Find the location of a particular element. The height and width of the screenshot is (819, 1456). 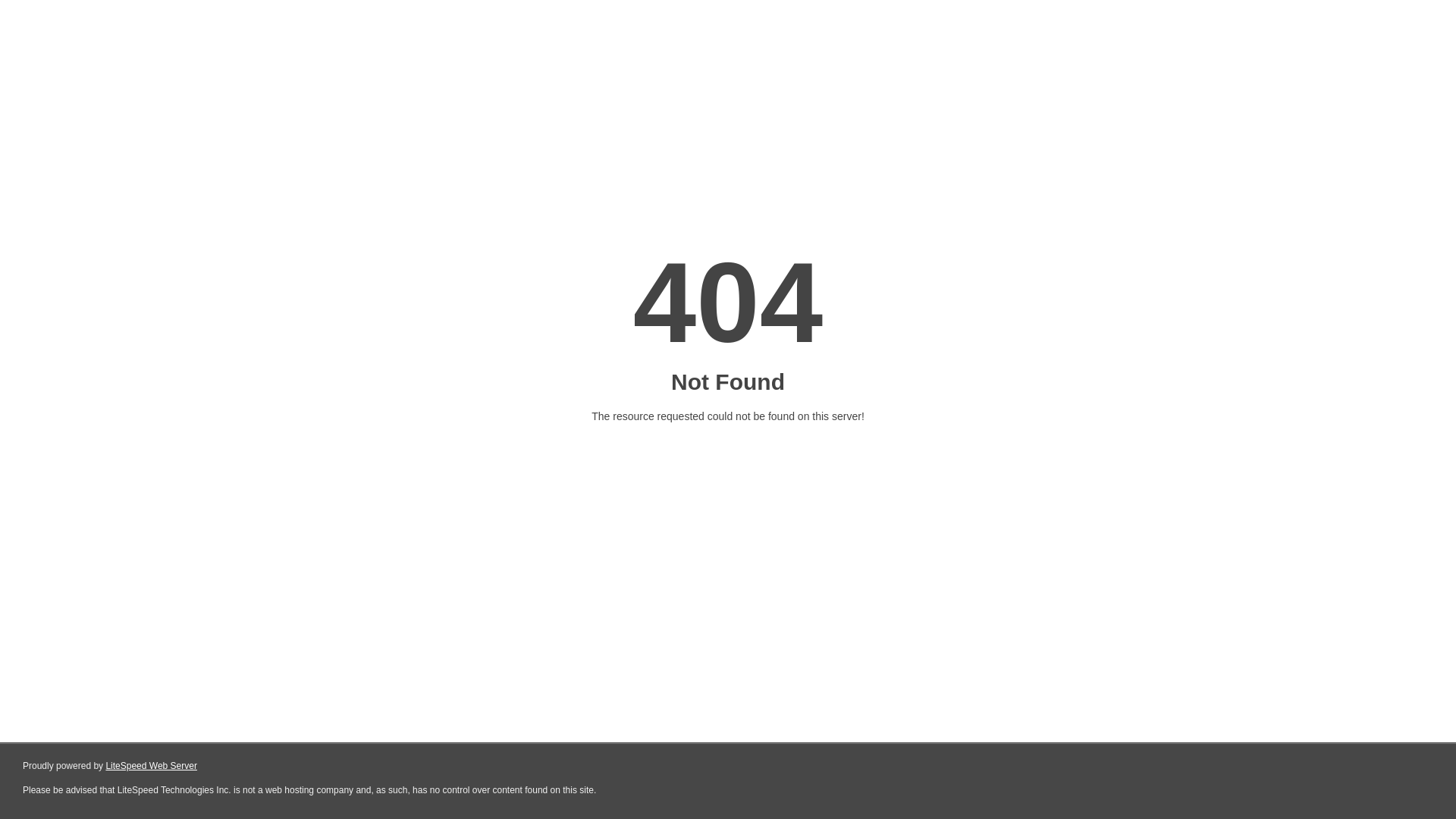

'LiteSpeed Web Server' is located at coordinates (105, 766).